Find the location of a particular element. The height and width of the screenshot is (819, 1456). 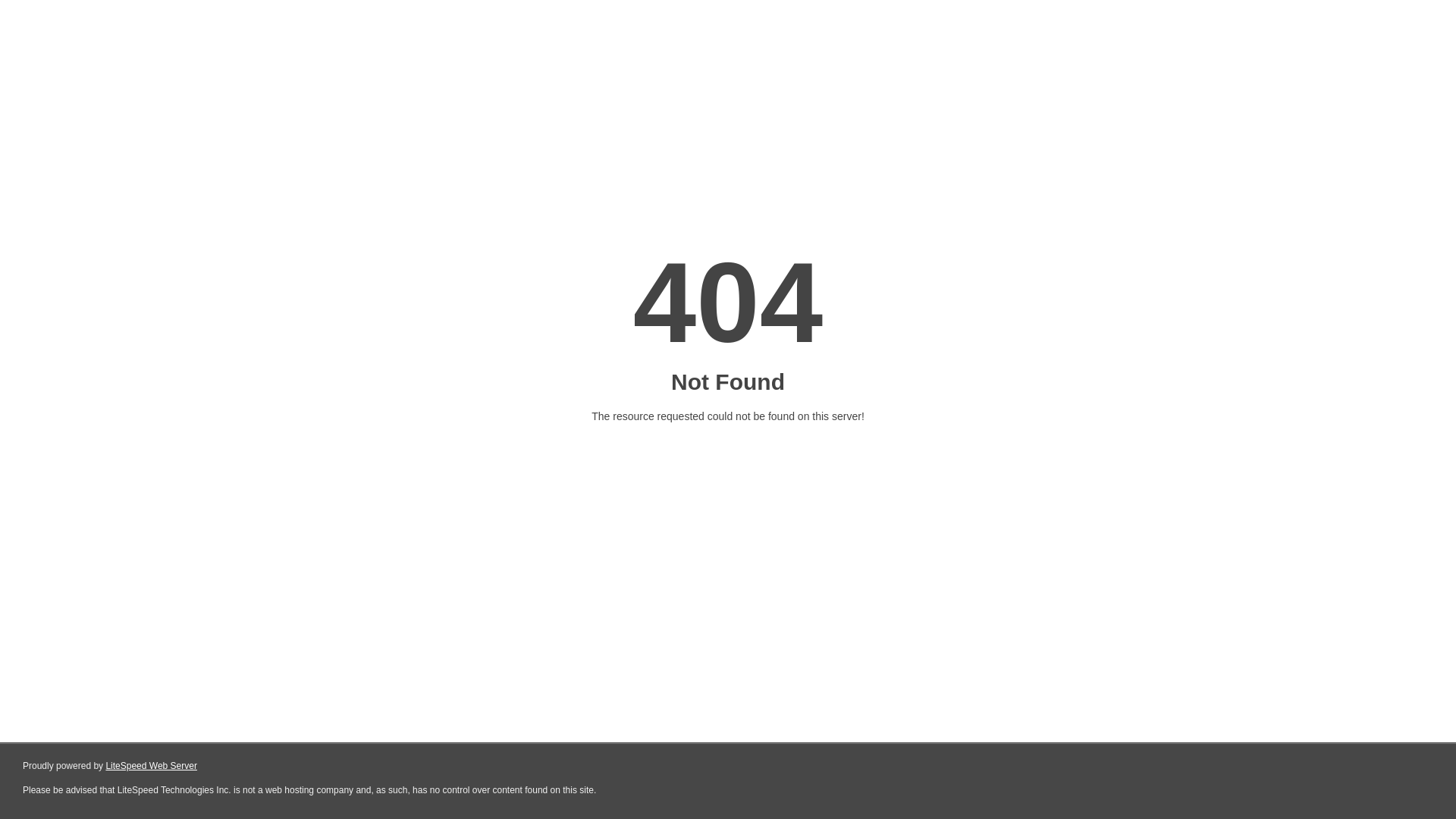

'LiteSpeed Web Server' is located at coordinates (105, 766).